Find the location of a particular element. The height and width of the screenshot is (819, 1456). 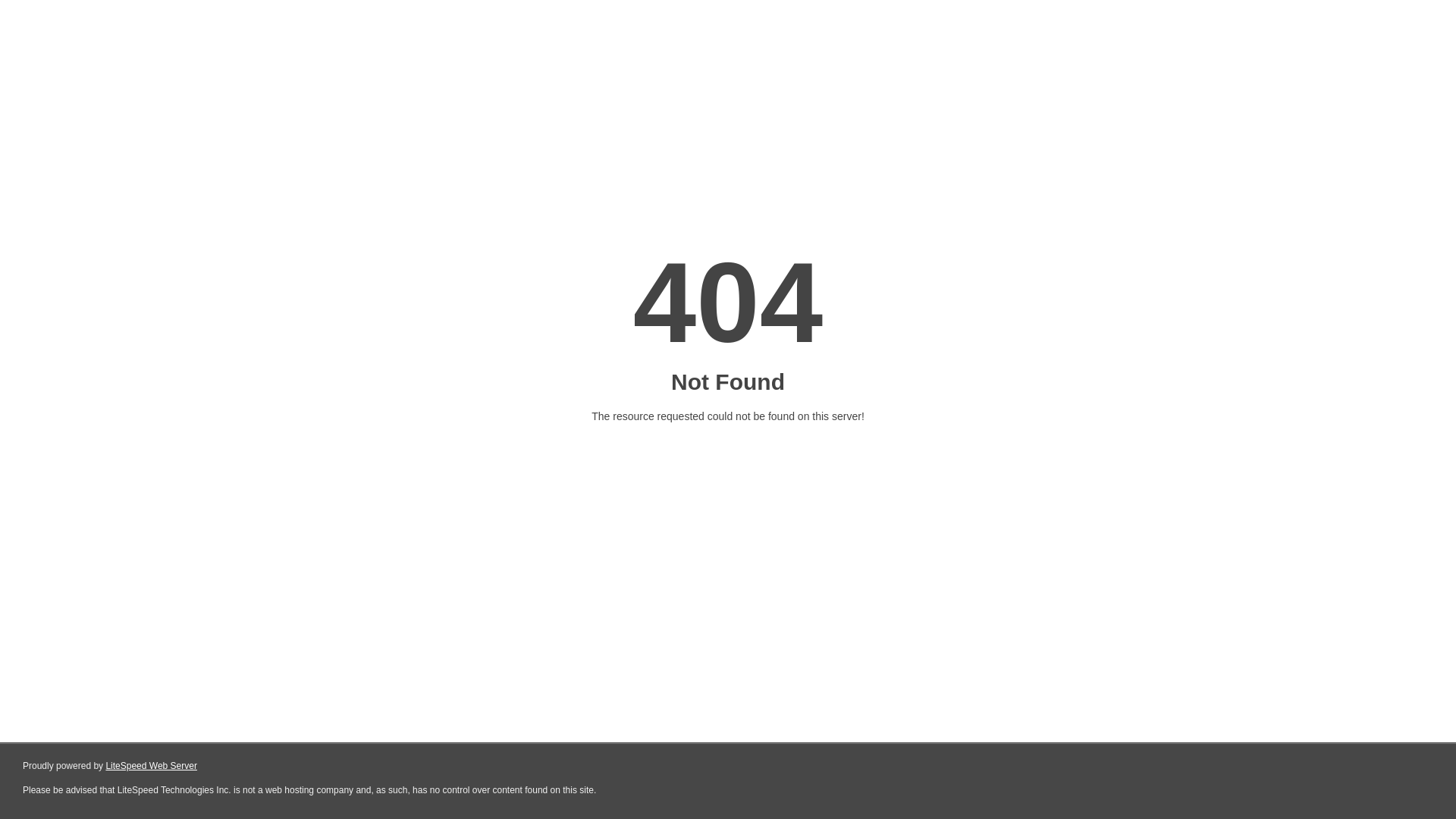

'LiteSpeed Web Server' is located at coordinates (105, 766).